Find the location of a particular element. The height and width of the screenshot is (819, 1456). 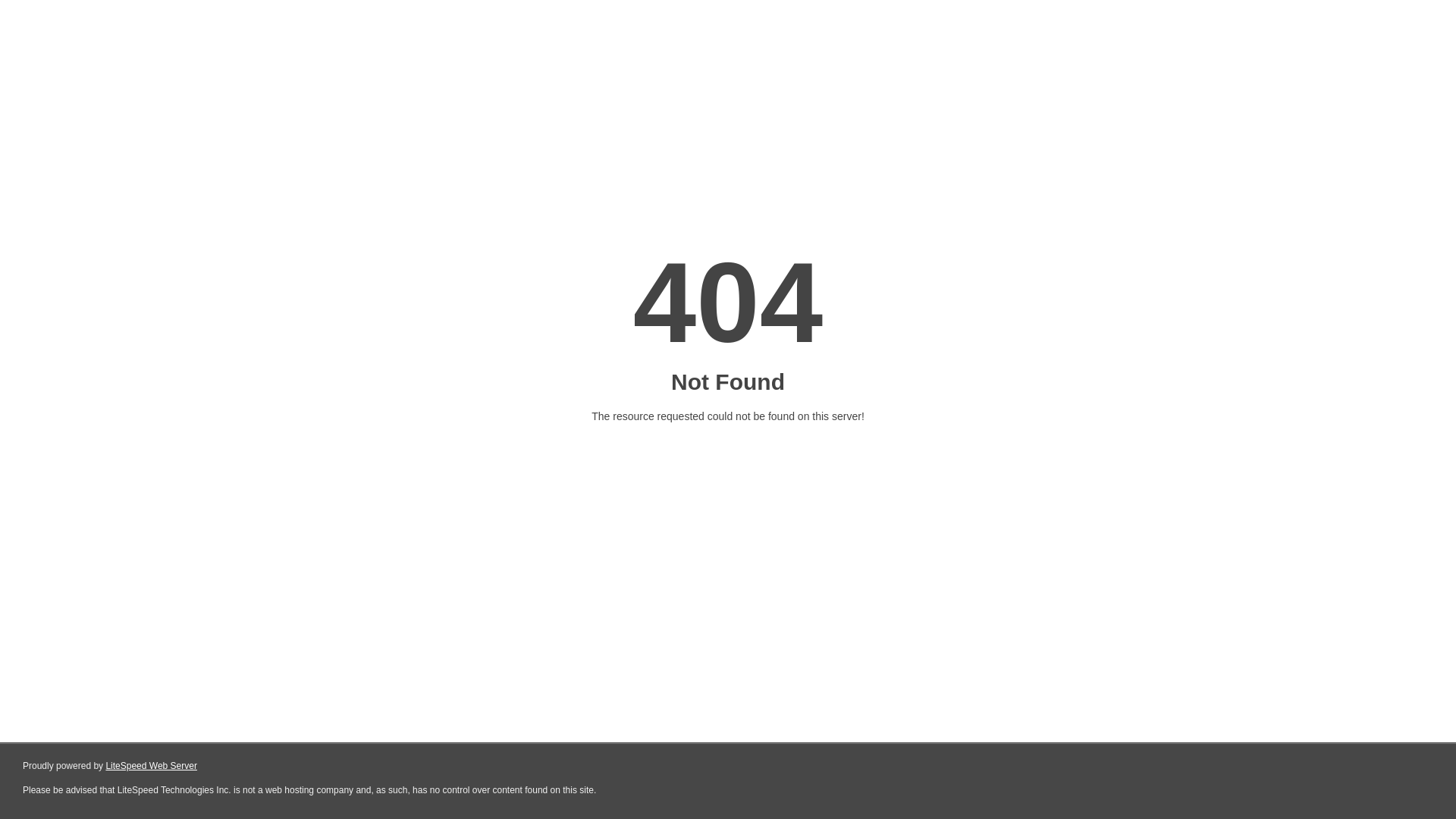

'LiteSpeed Web Server' is located at coordinates (105, 766).